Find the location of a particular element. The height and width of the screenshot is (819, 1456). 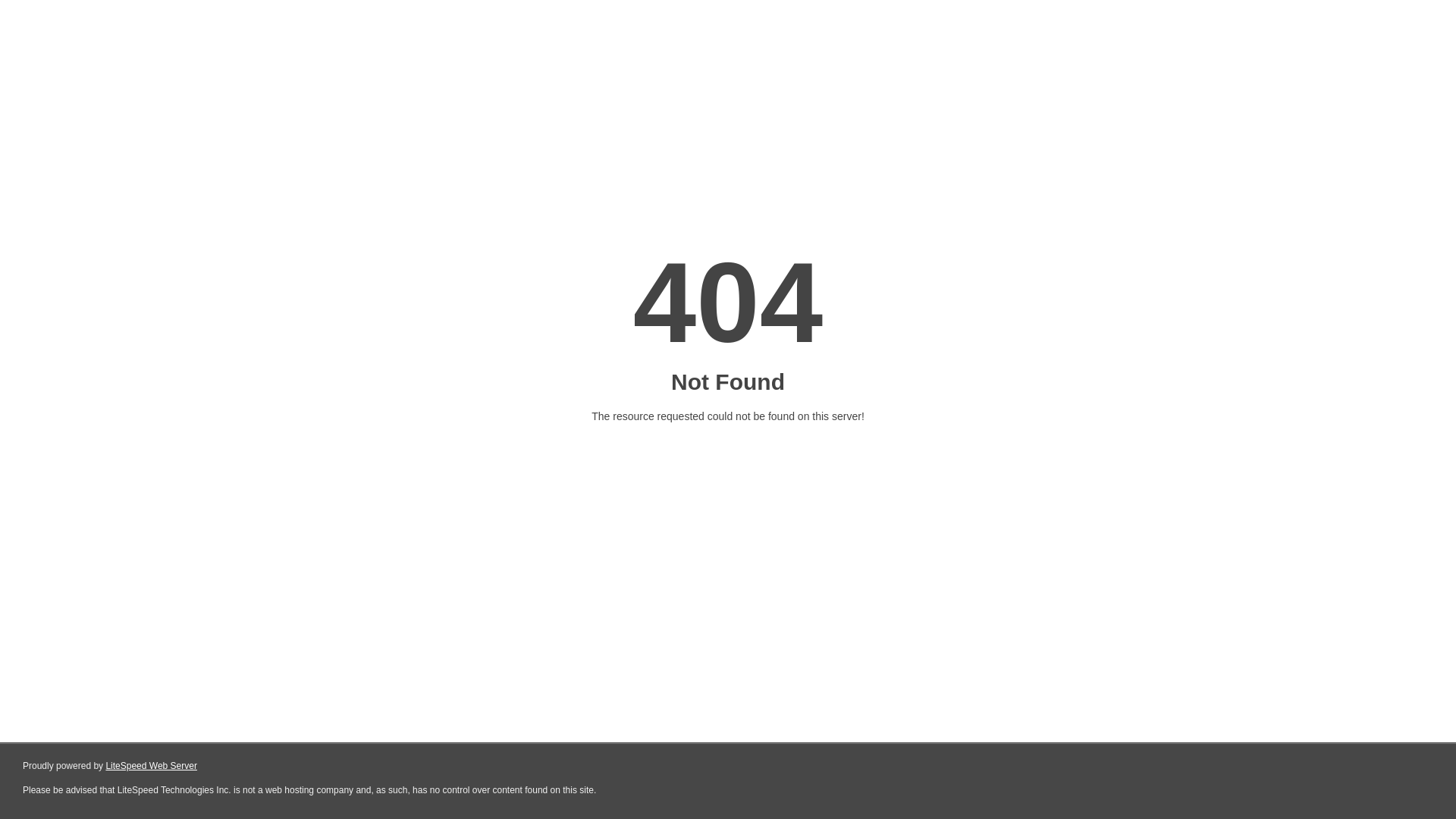

'LiteSpeed Web Server' is located at coordinates (105, 766).